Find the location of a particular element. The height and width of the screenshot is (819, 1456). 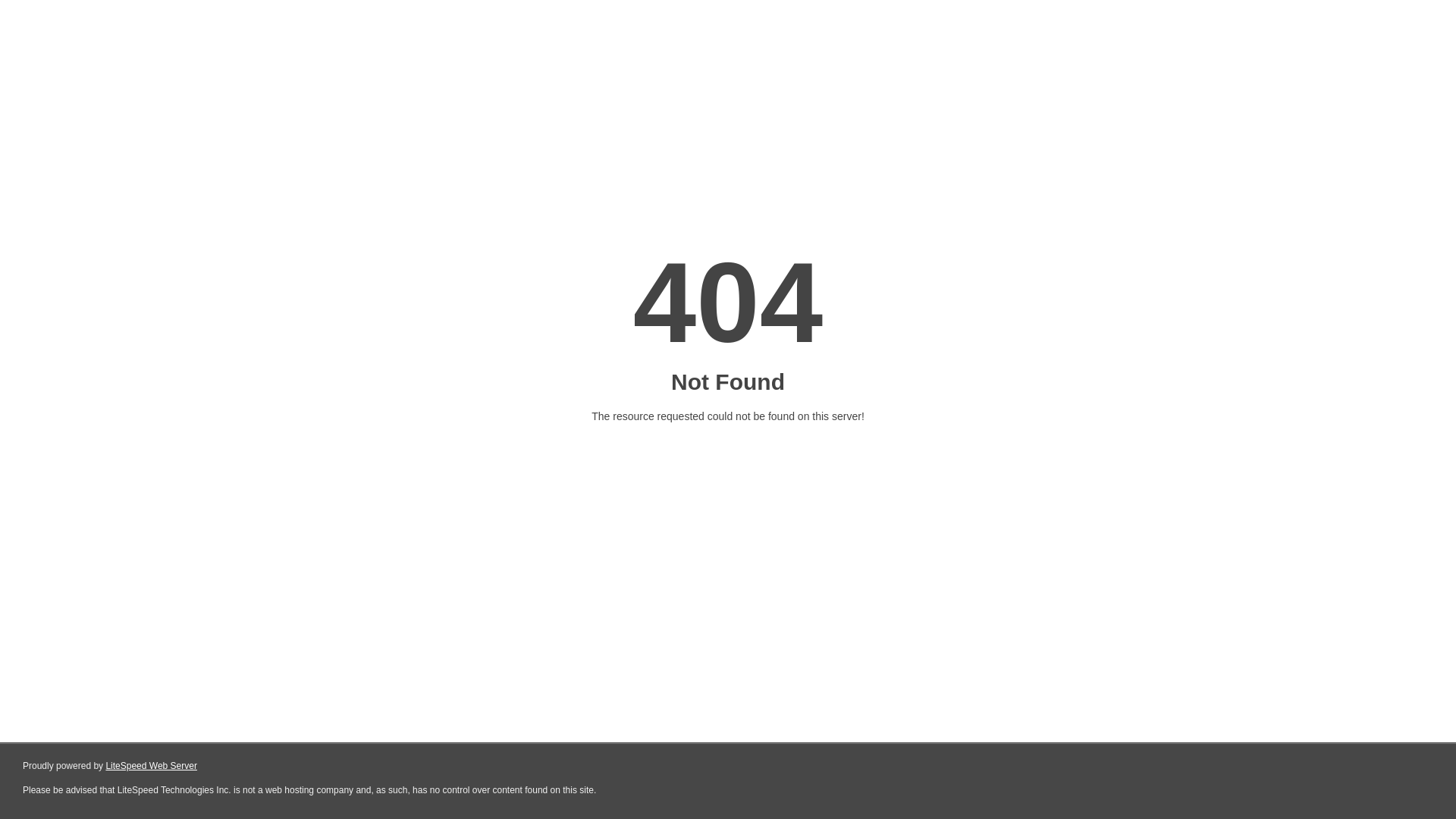

'LiteSpeed Web Server' is located at coordinates (105, 766).